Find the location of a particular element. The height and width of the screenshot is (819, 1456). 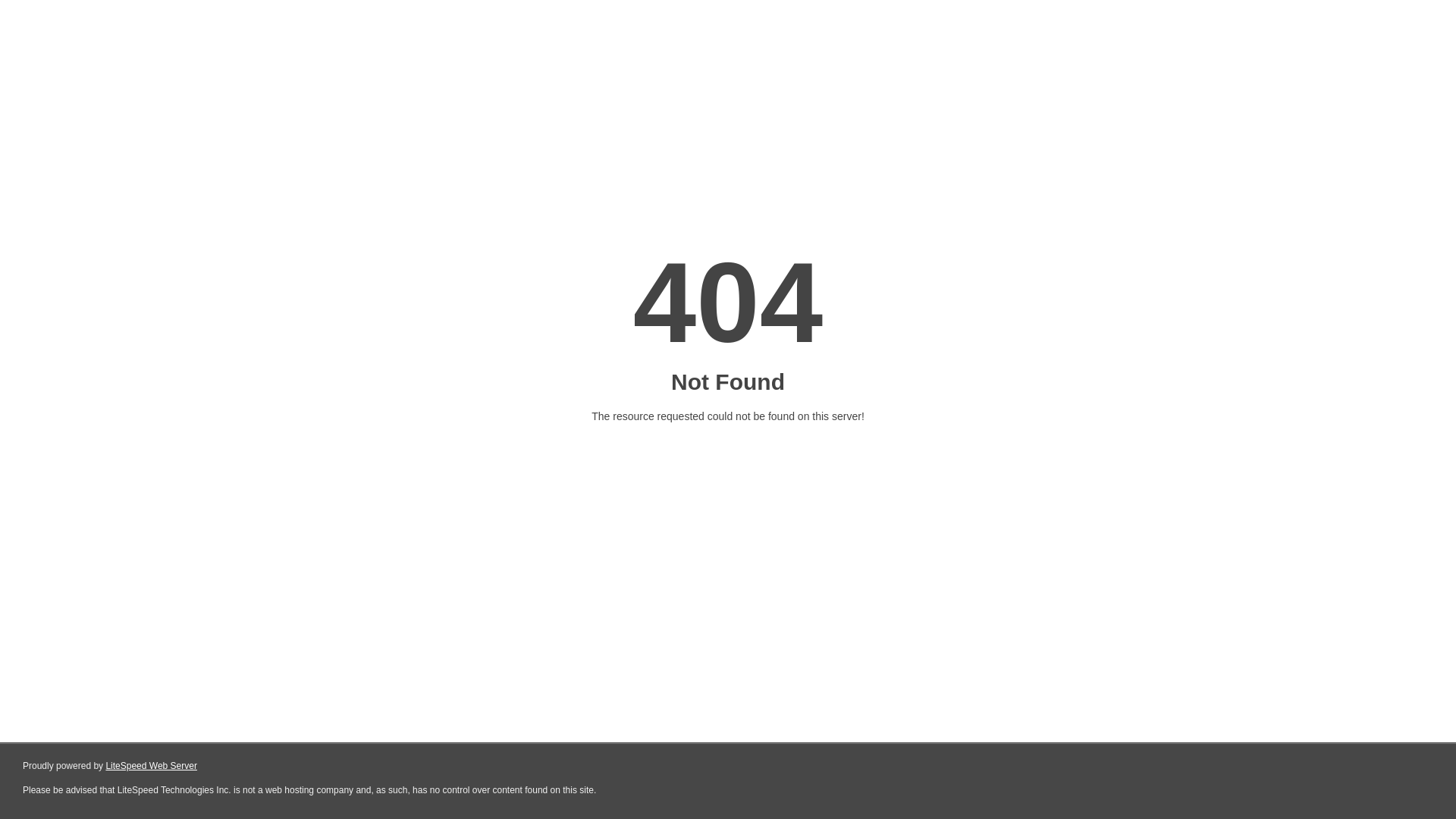

'LiteSpeed Web Server' is located at coordinates (105, 766).